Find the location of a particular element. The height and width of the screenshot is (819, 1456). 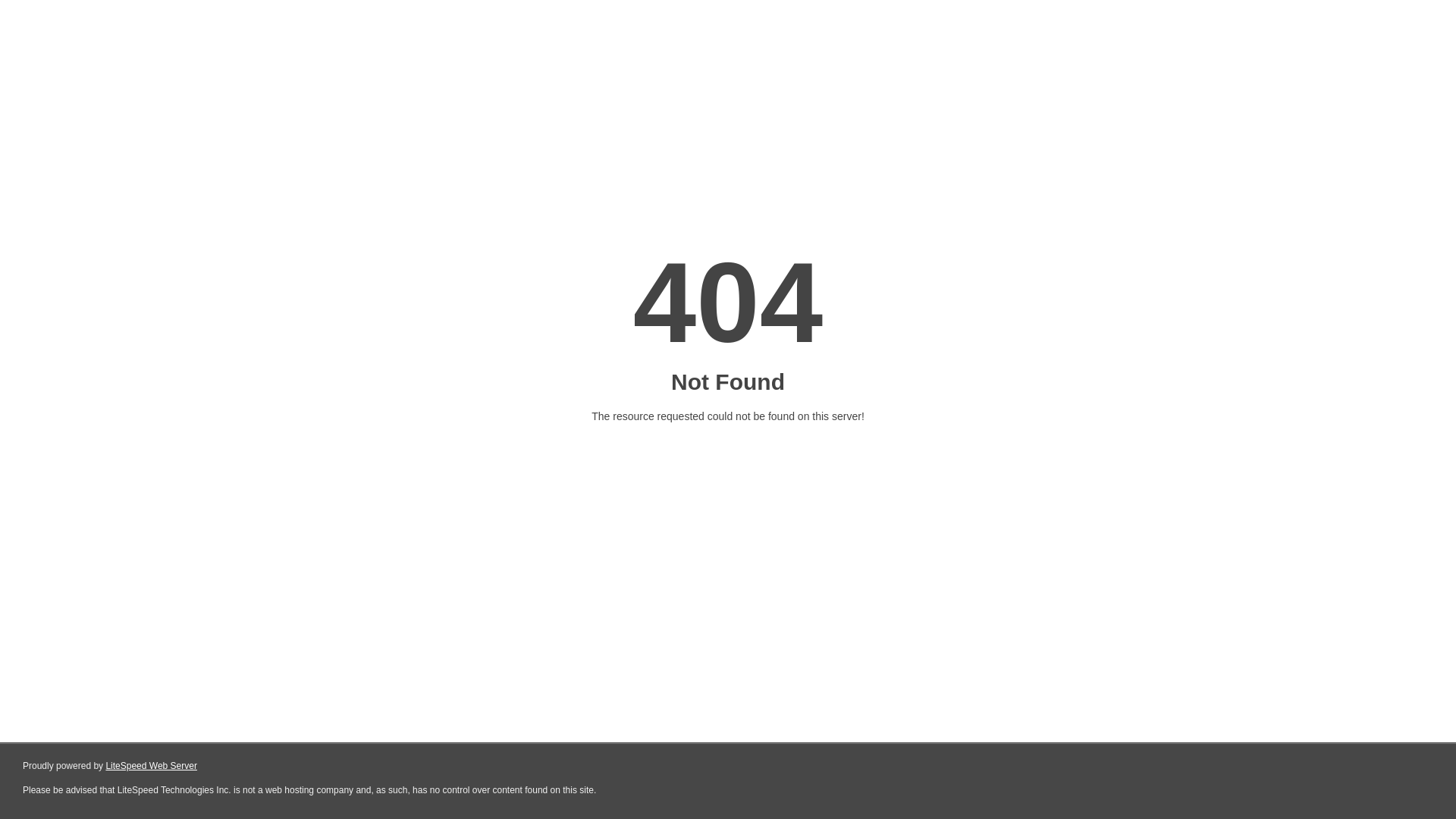

'LiteSpeed Web Server' is located at coordinates (105, 766).